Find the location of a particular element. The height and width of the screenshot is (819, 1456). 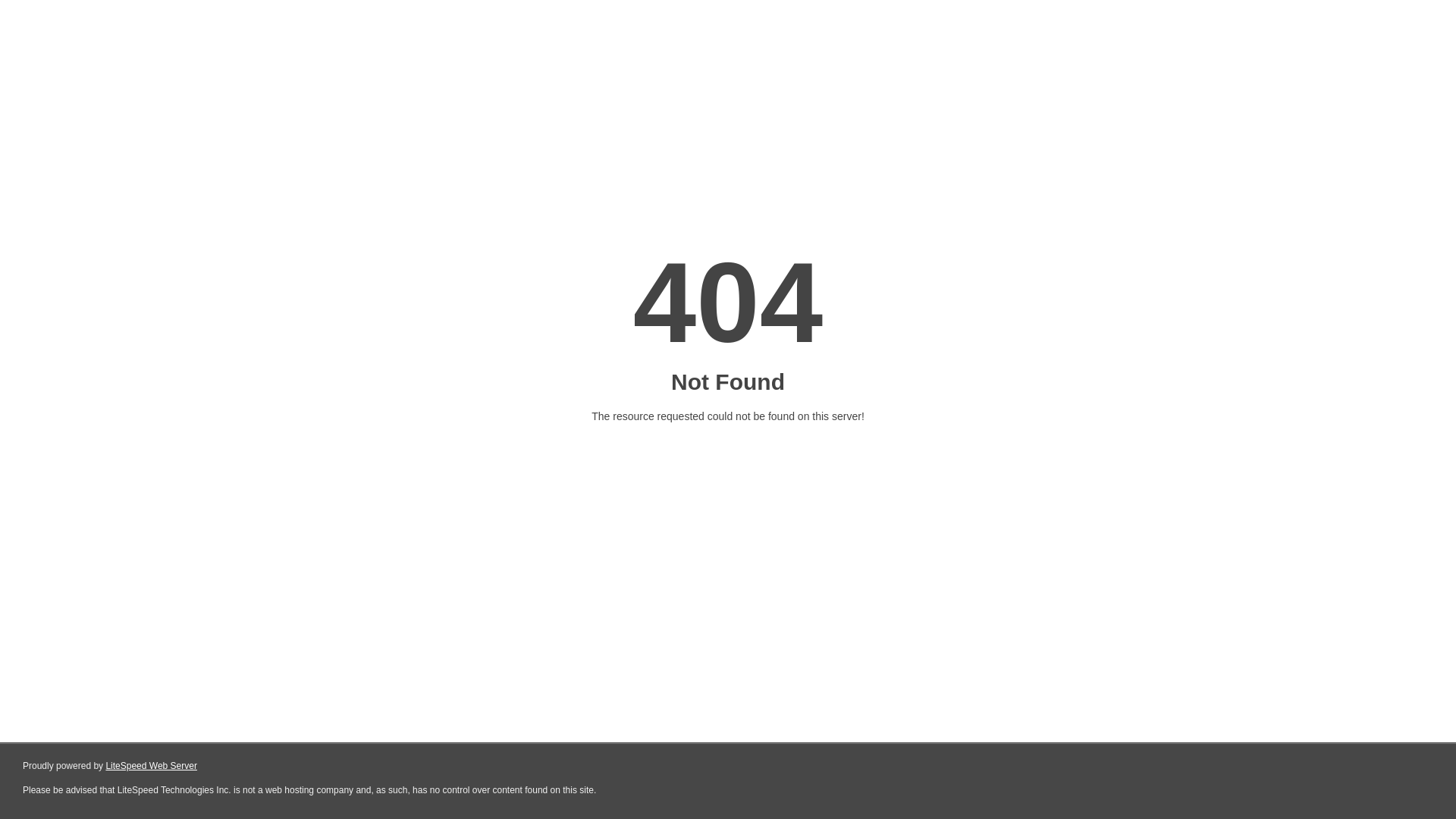

'LiteSpeed Web Server' is located at coordinates (105, 766).